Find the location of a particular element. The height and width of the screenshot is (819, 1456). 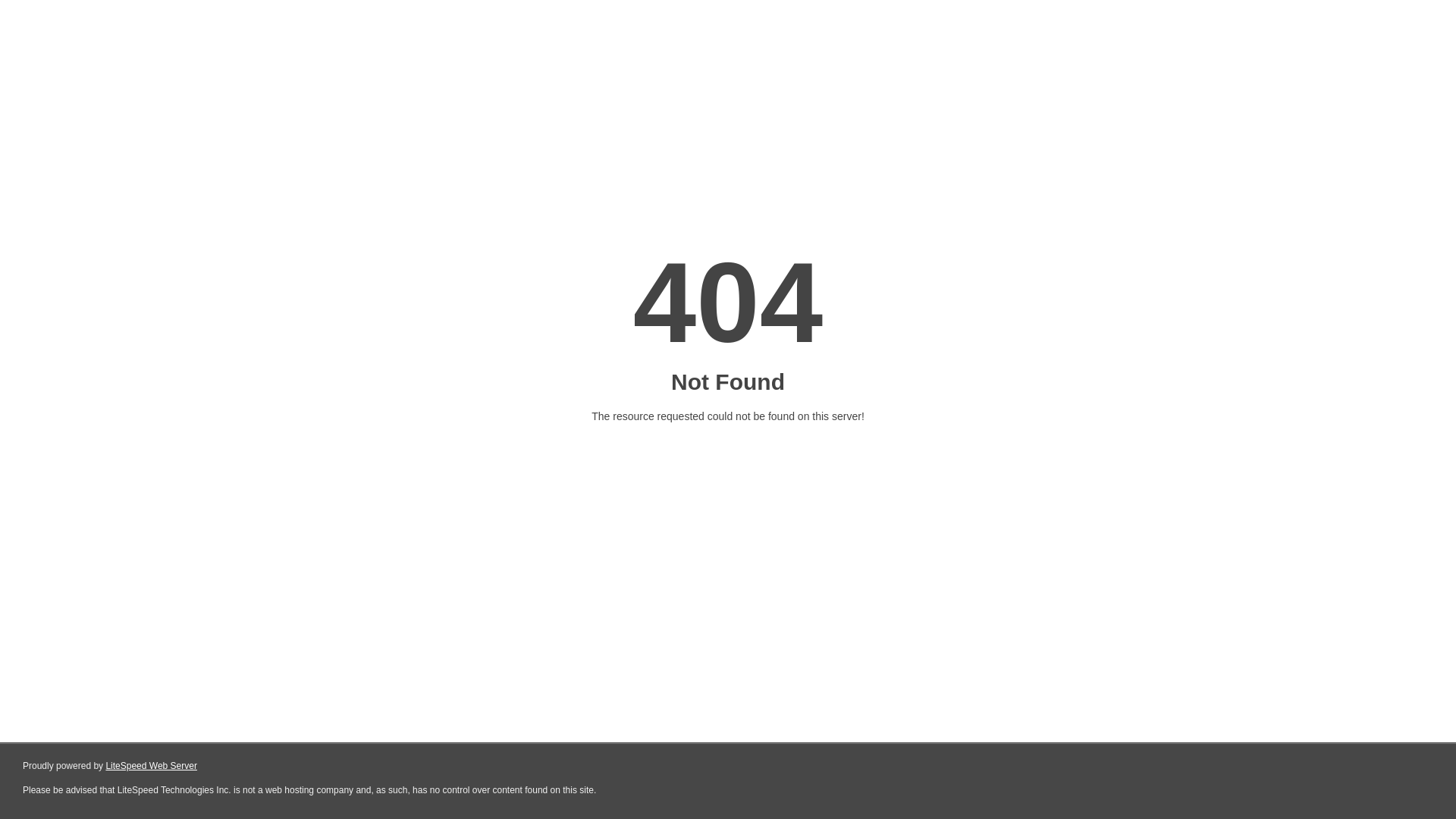

'LiteSpeed Web Server' is located at coordinates (105, 766).